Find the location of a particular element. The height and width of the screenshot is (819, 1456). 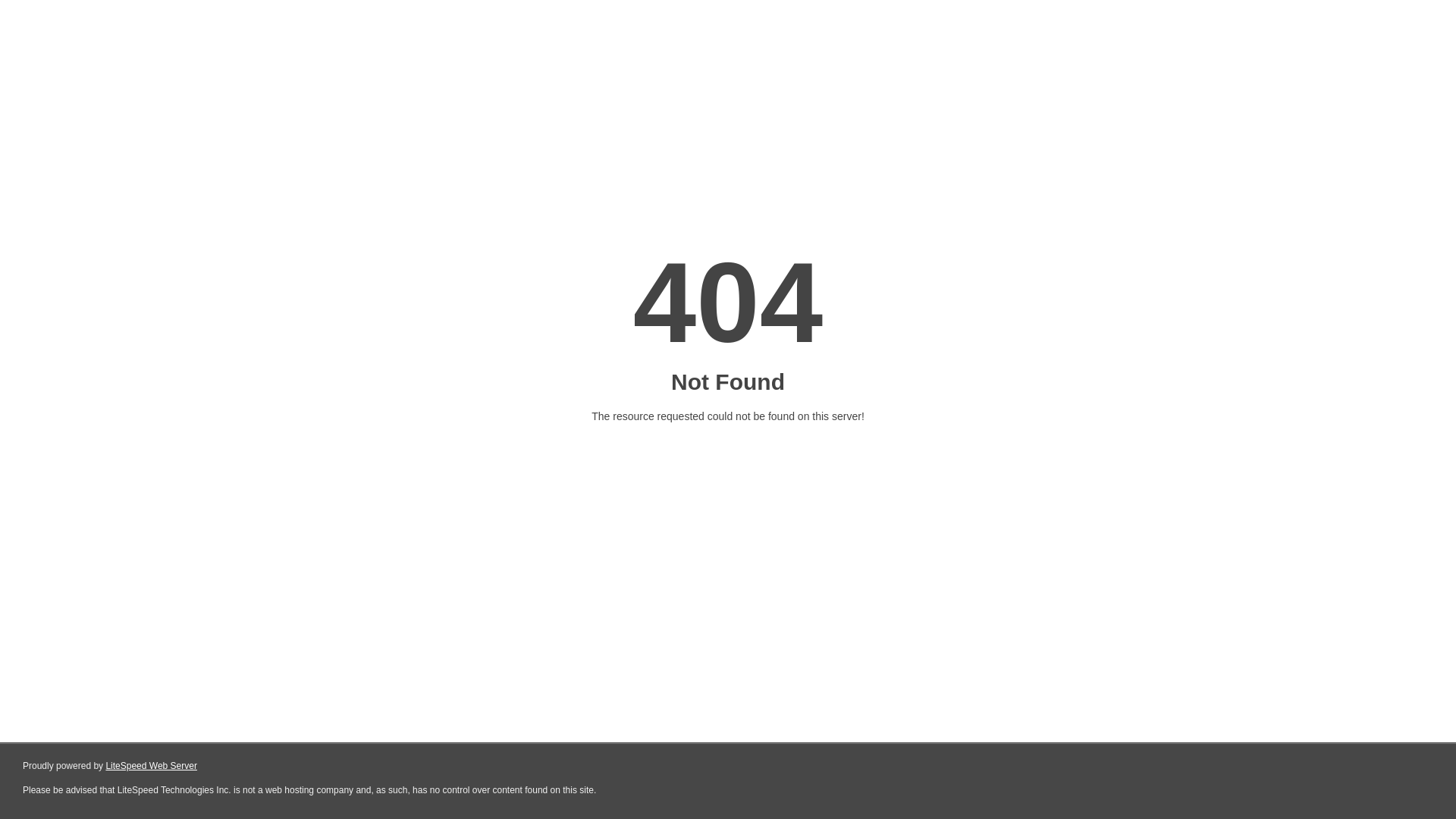

'LiteSpeed Web Server' is located at coordinates (105, 766).